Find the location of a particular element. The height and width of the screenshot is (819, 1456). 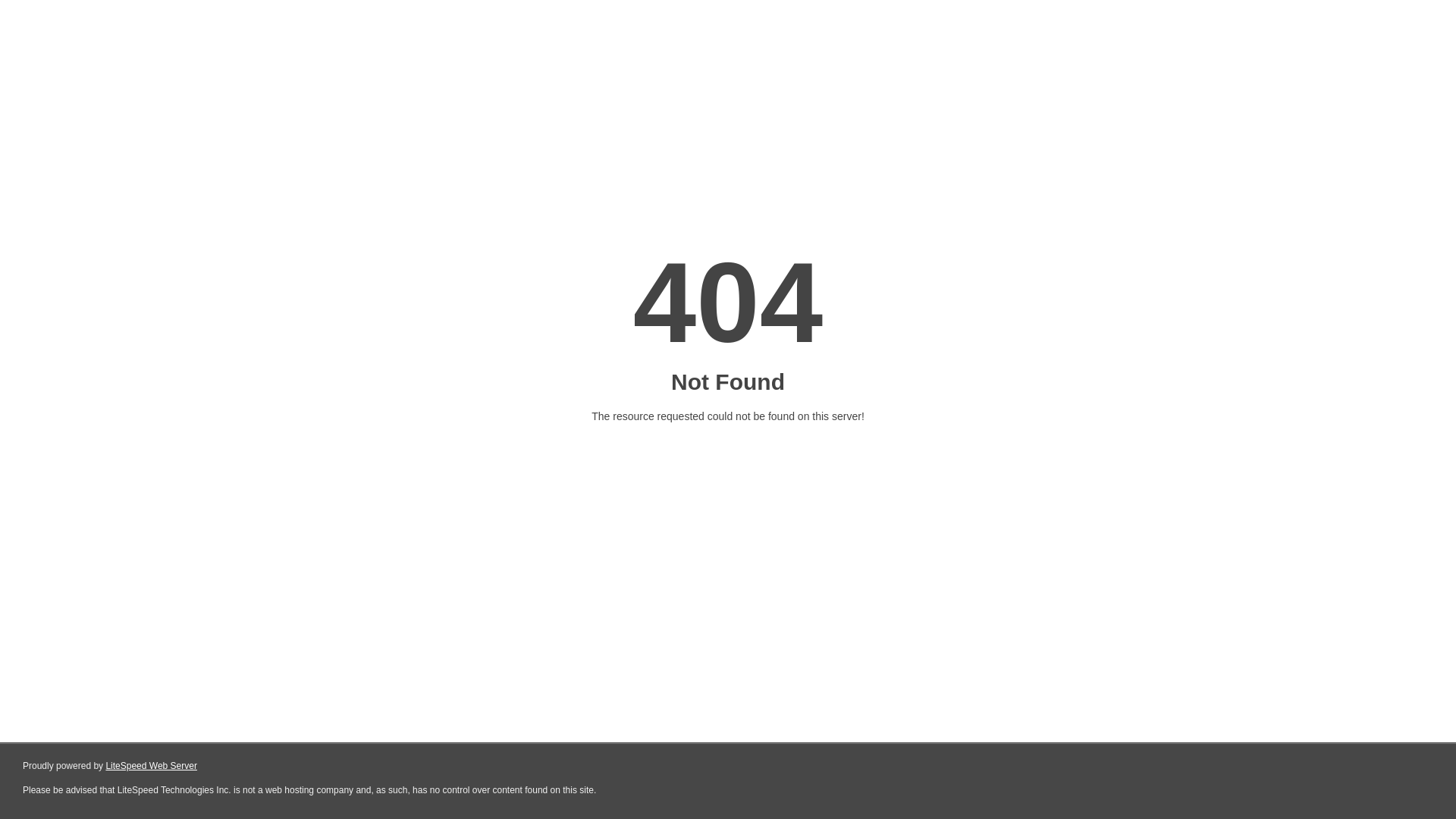

'LiteSpeed Web Server' is located at coordinates (105, 766).